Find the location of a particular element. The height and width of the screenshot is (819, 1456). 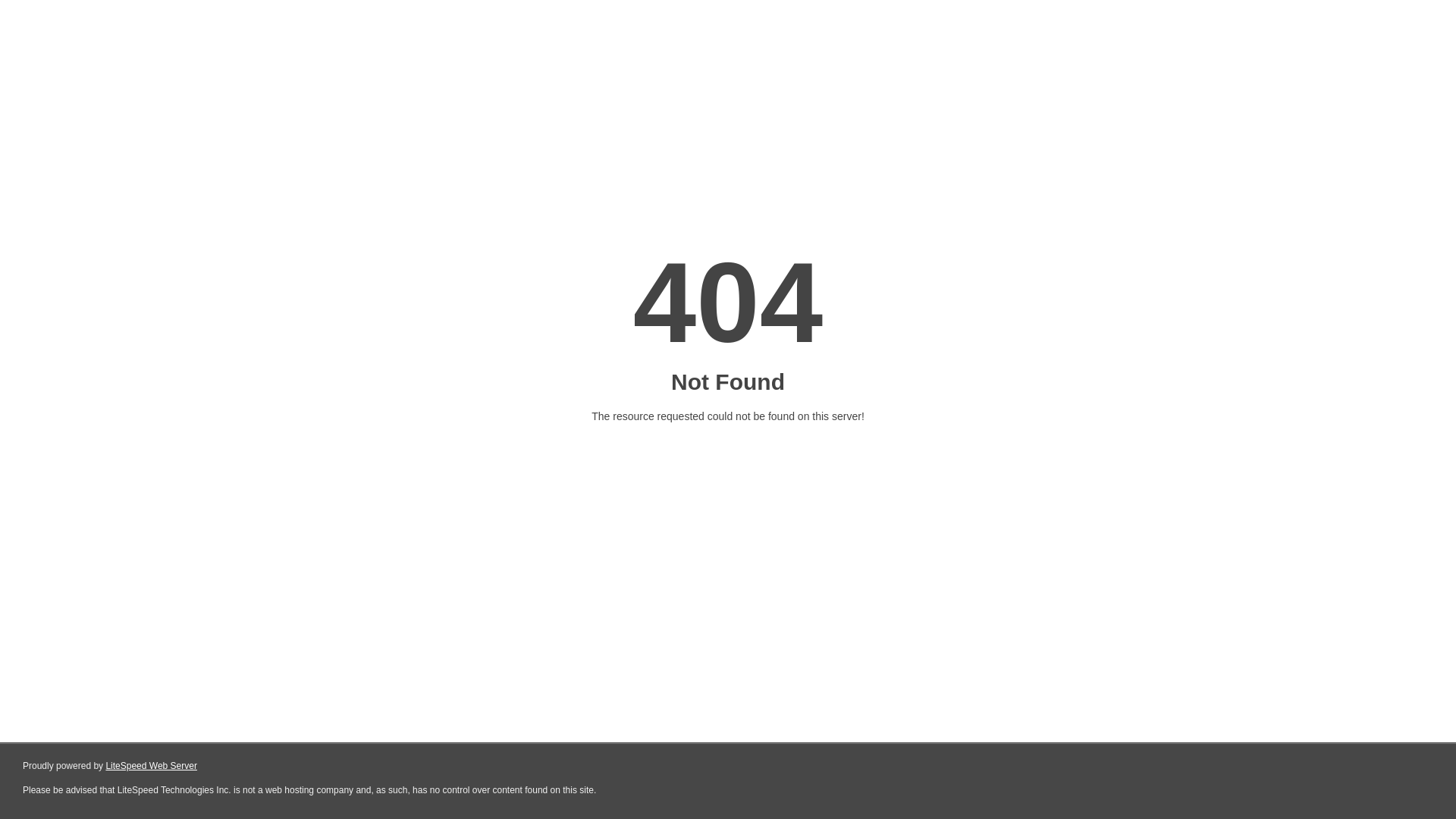

'LiteSpeed Web Server' is located at coordinates (105, 766).